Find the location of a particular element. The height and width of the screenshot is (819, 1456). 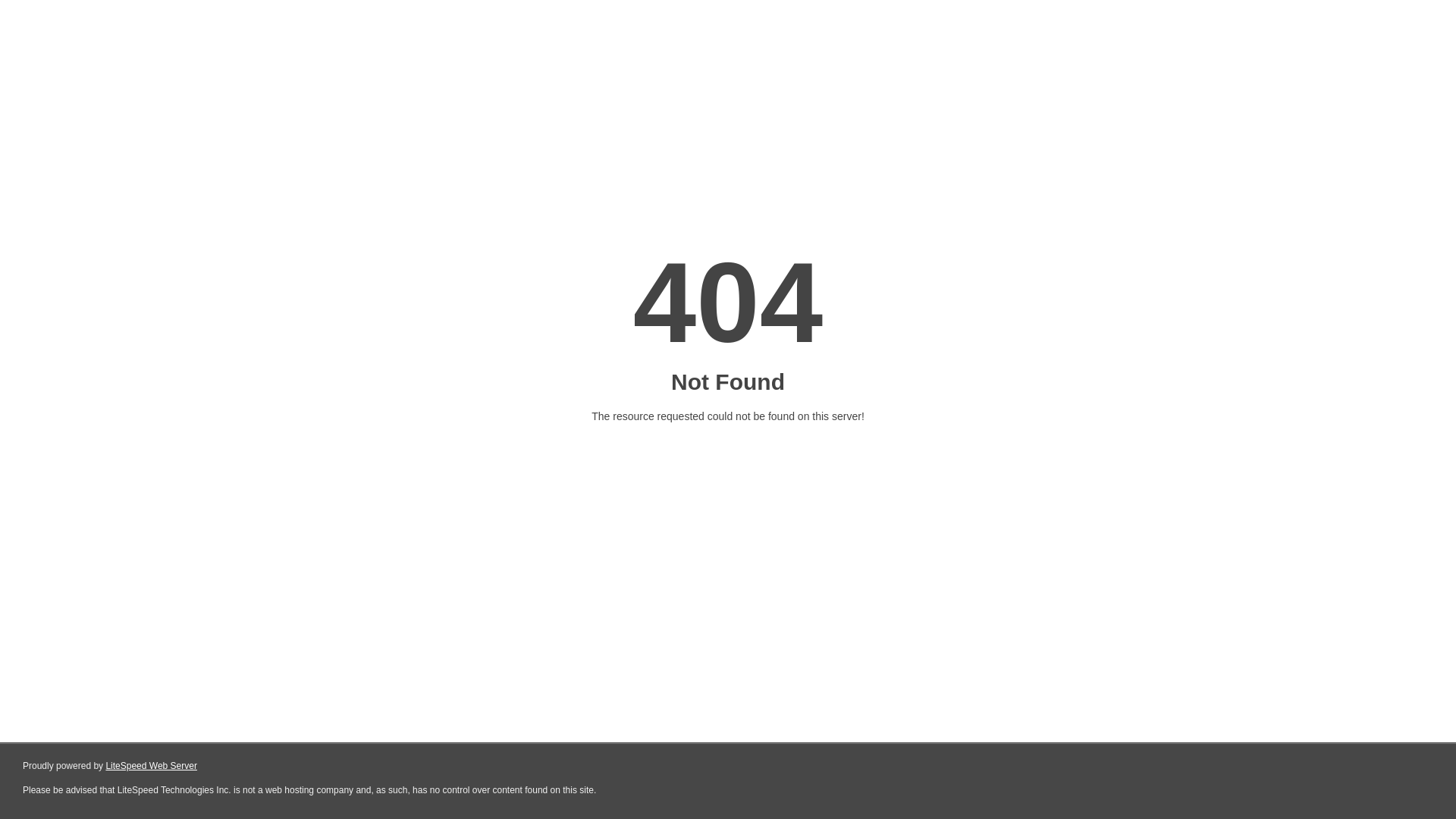

'LiteSpeed Web Server' is located at coordinates (105, 766).